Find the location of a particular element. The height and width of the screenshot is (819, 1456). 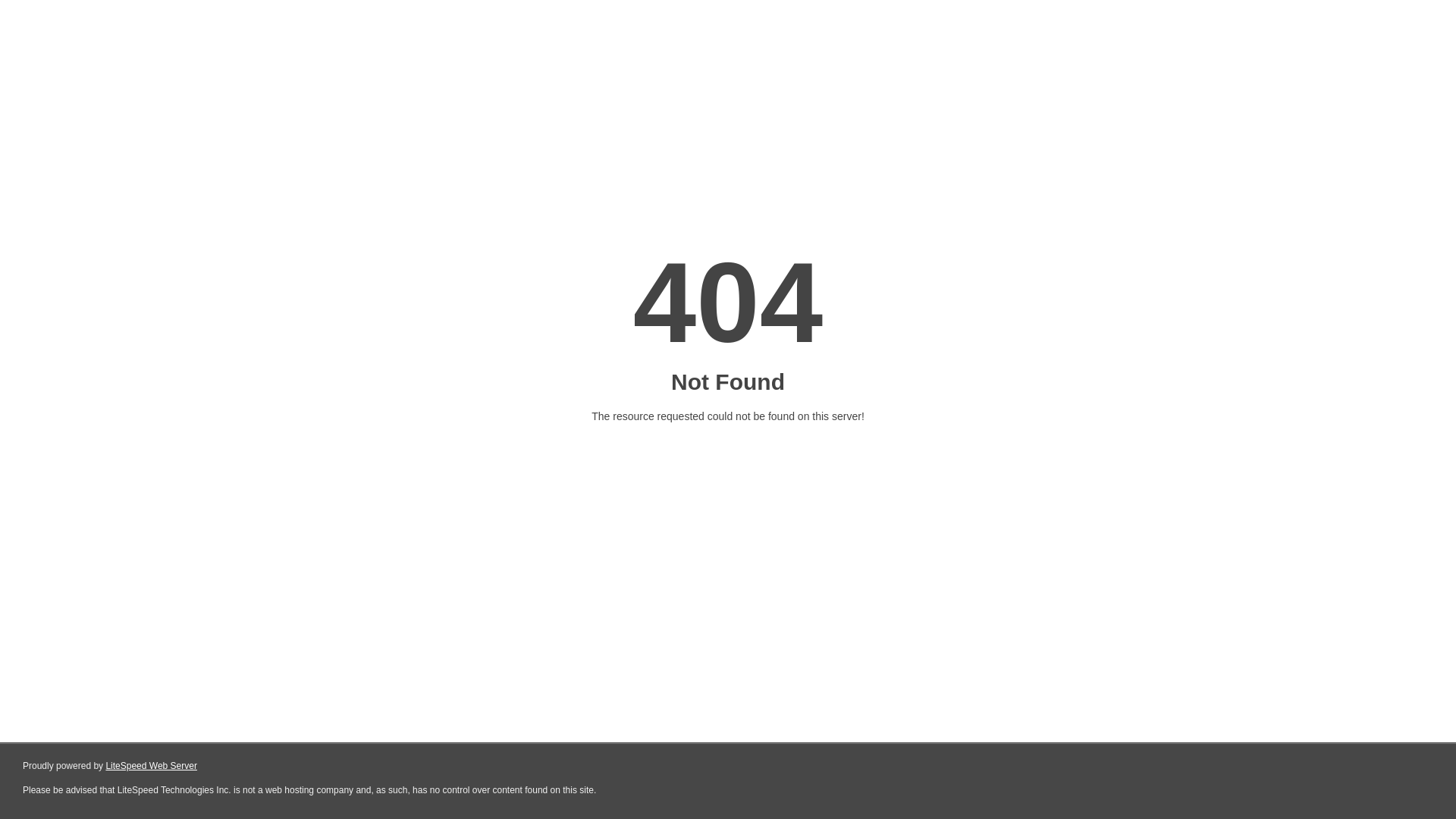

'LiteSpeed Web Server' is located at coordinates (105, 766).